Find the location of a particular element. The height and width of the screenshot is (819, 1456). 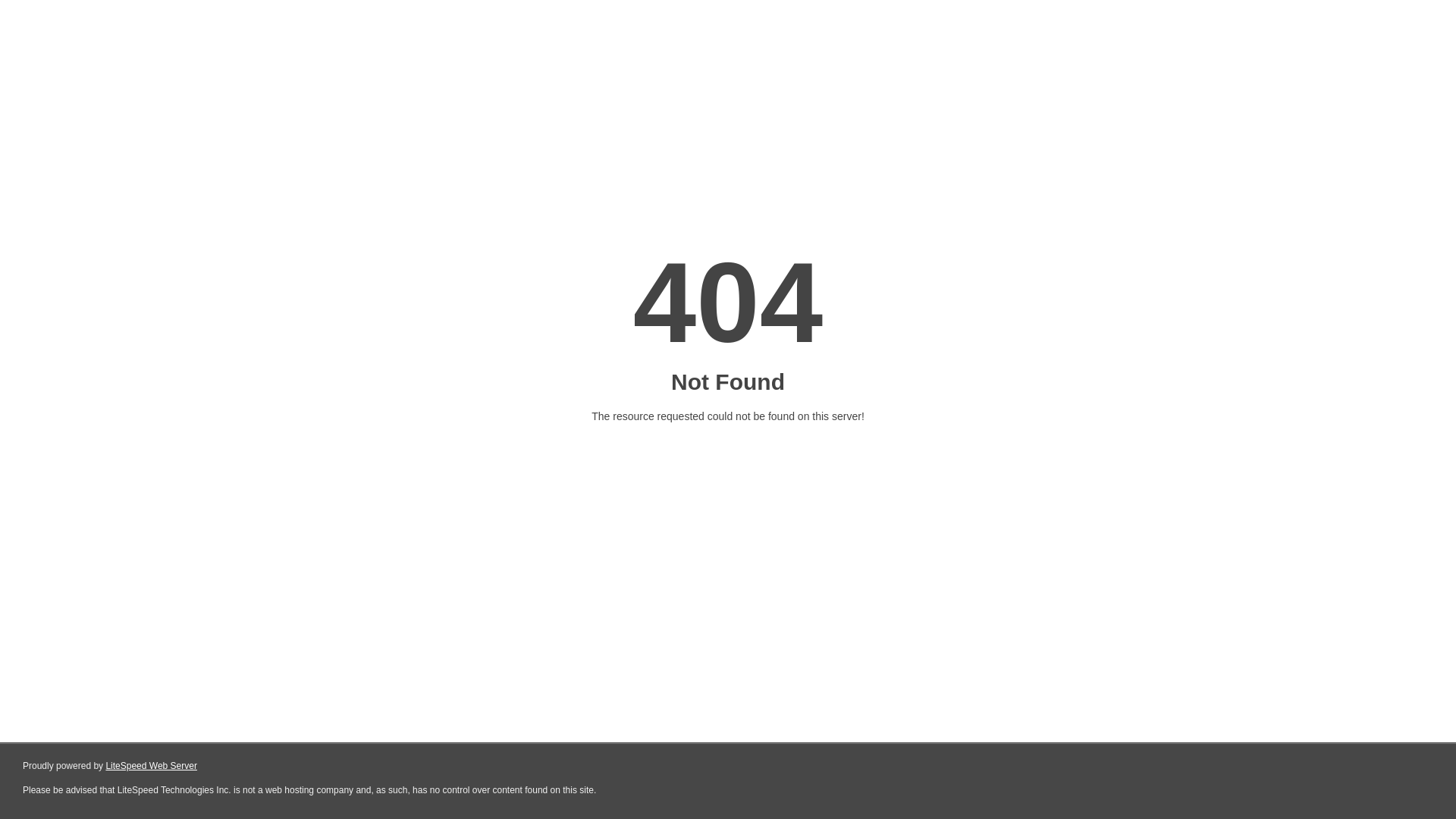

'LiteSpeed Web Server' is located at coordinates (105, 766).